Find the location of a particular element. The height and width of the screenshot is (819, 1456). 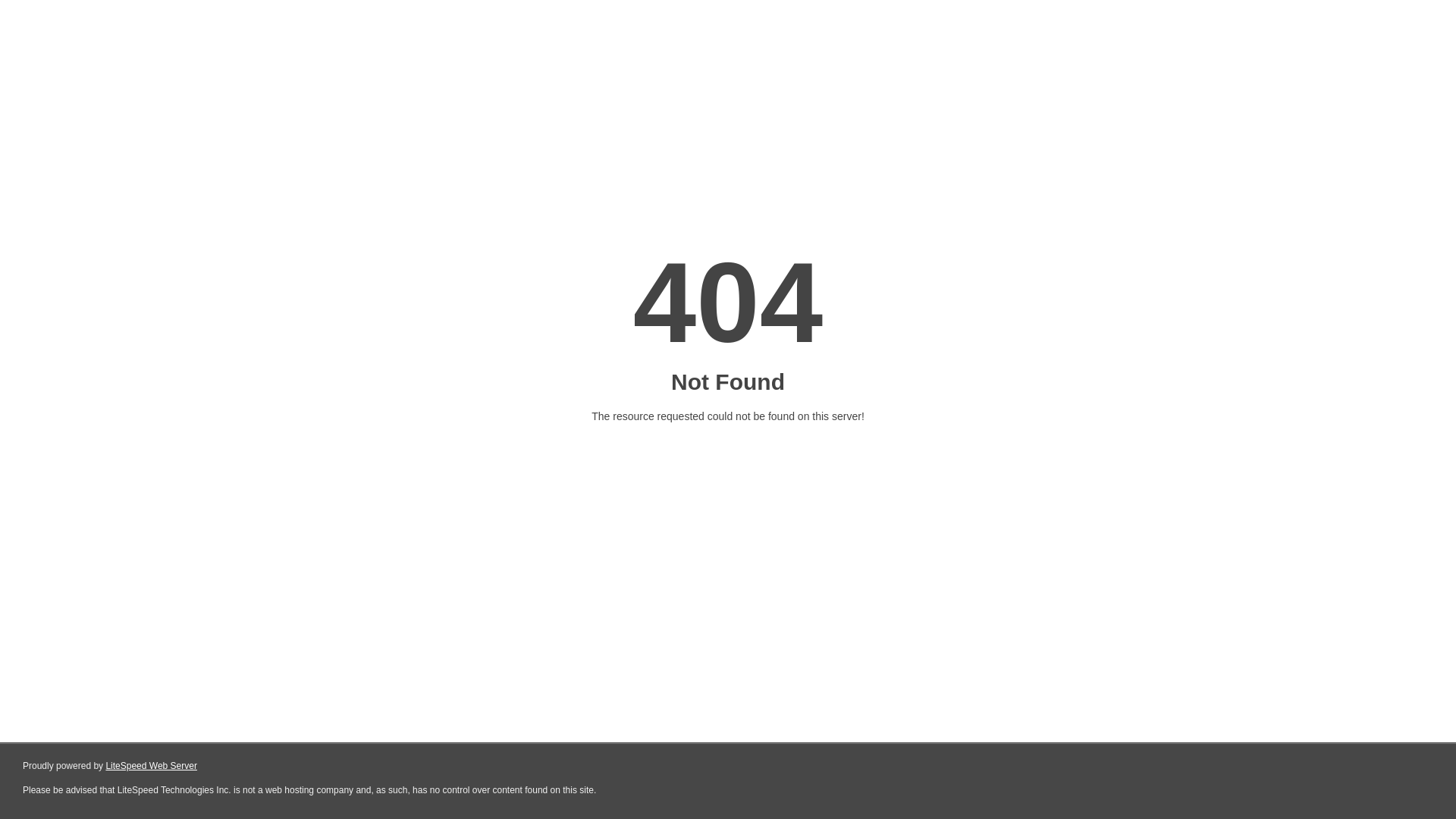

'LiteSpeed Web Server' is located at coordinates (105, 766).